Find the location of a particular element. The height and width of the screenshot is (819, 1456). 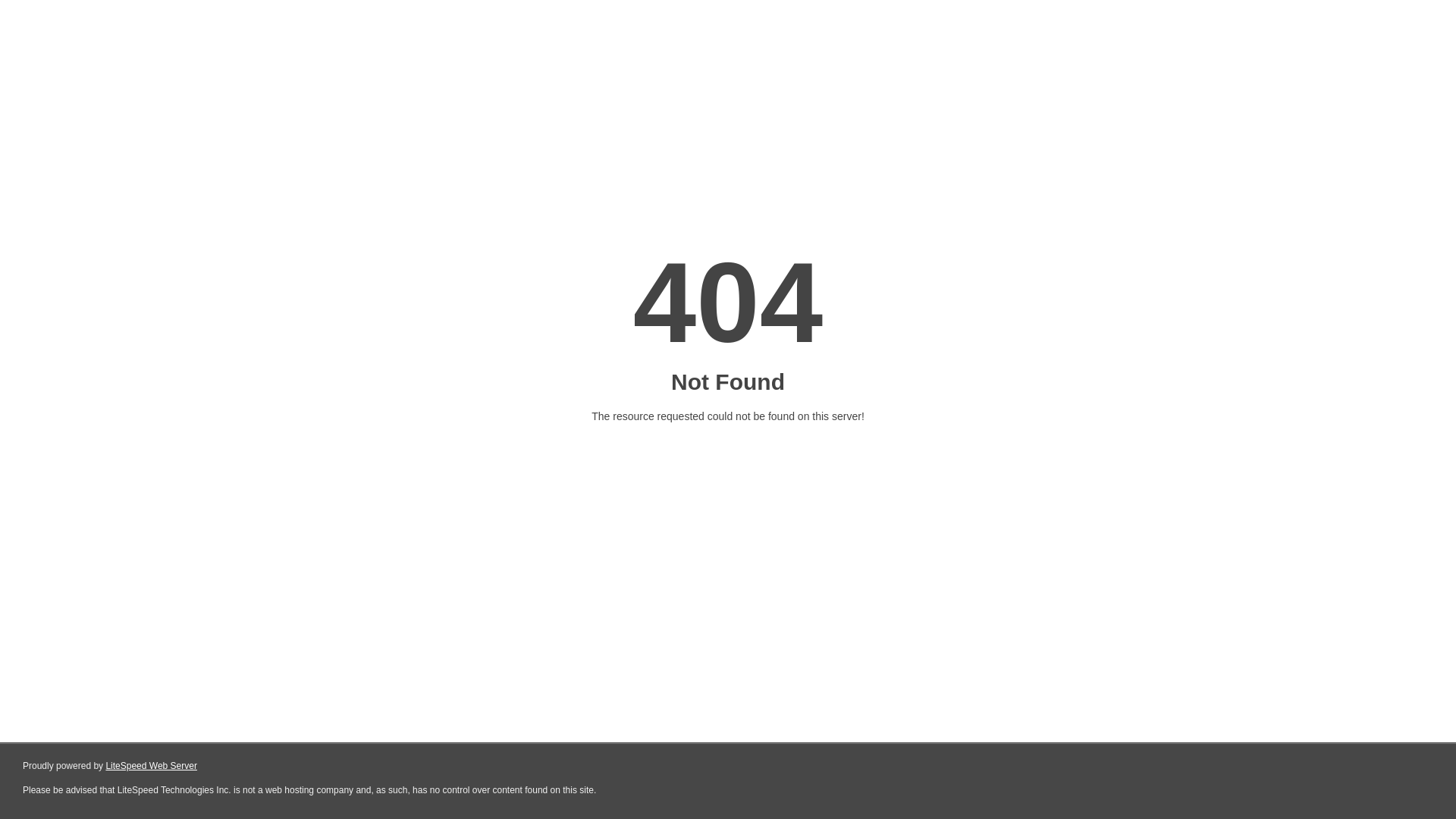

'LiteSpeed Web Server' is located at coordinates (105, 766).